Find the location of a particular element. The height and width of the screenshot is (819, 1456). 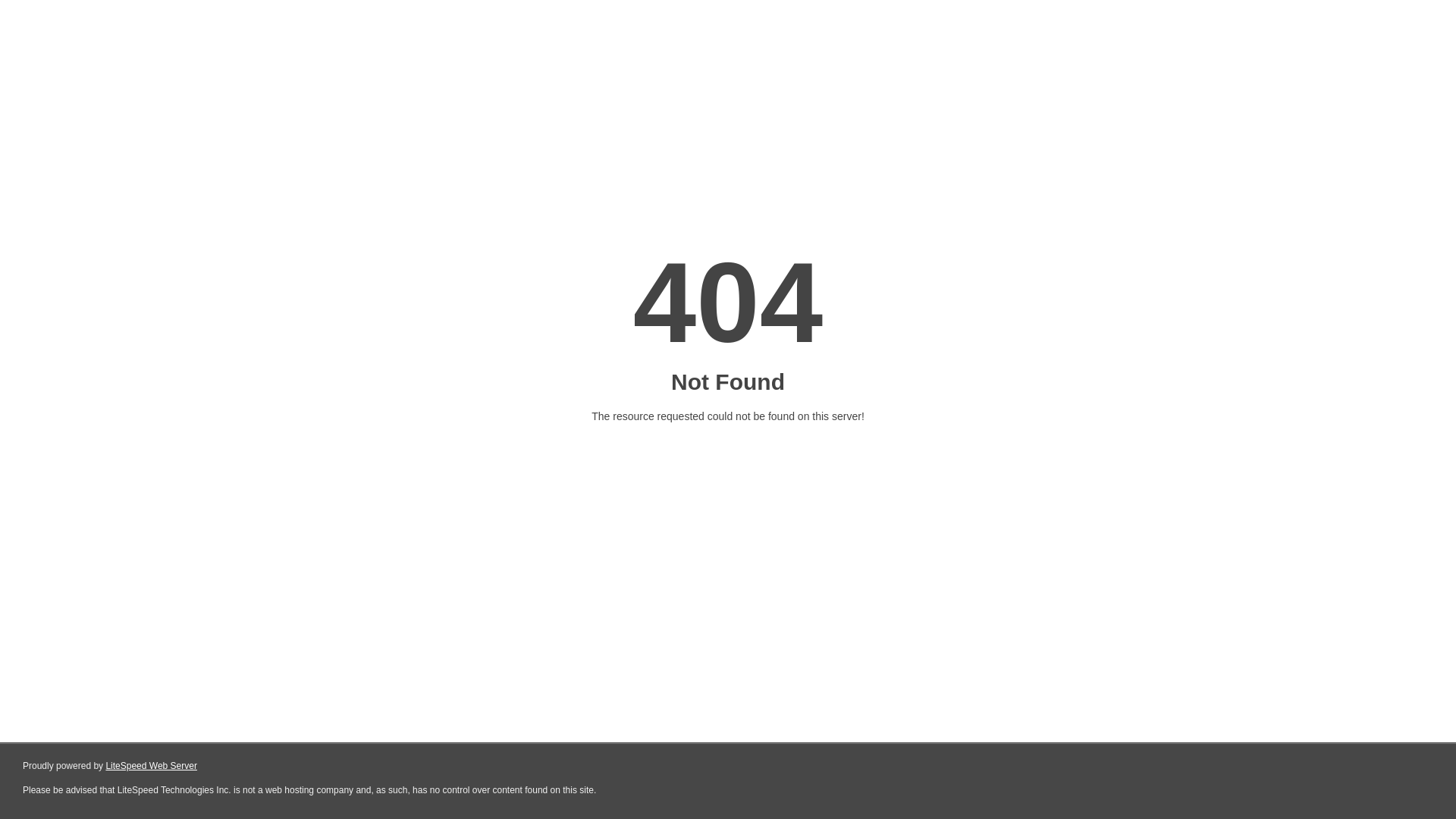

'LiteSpeed Web Server' is located at coordinates (105, 766).